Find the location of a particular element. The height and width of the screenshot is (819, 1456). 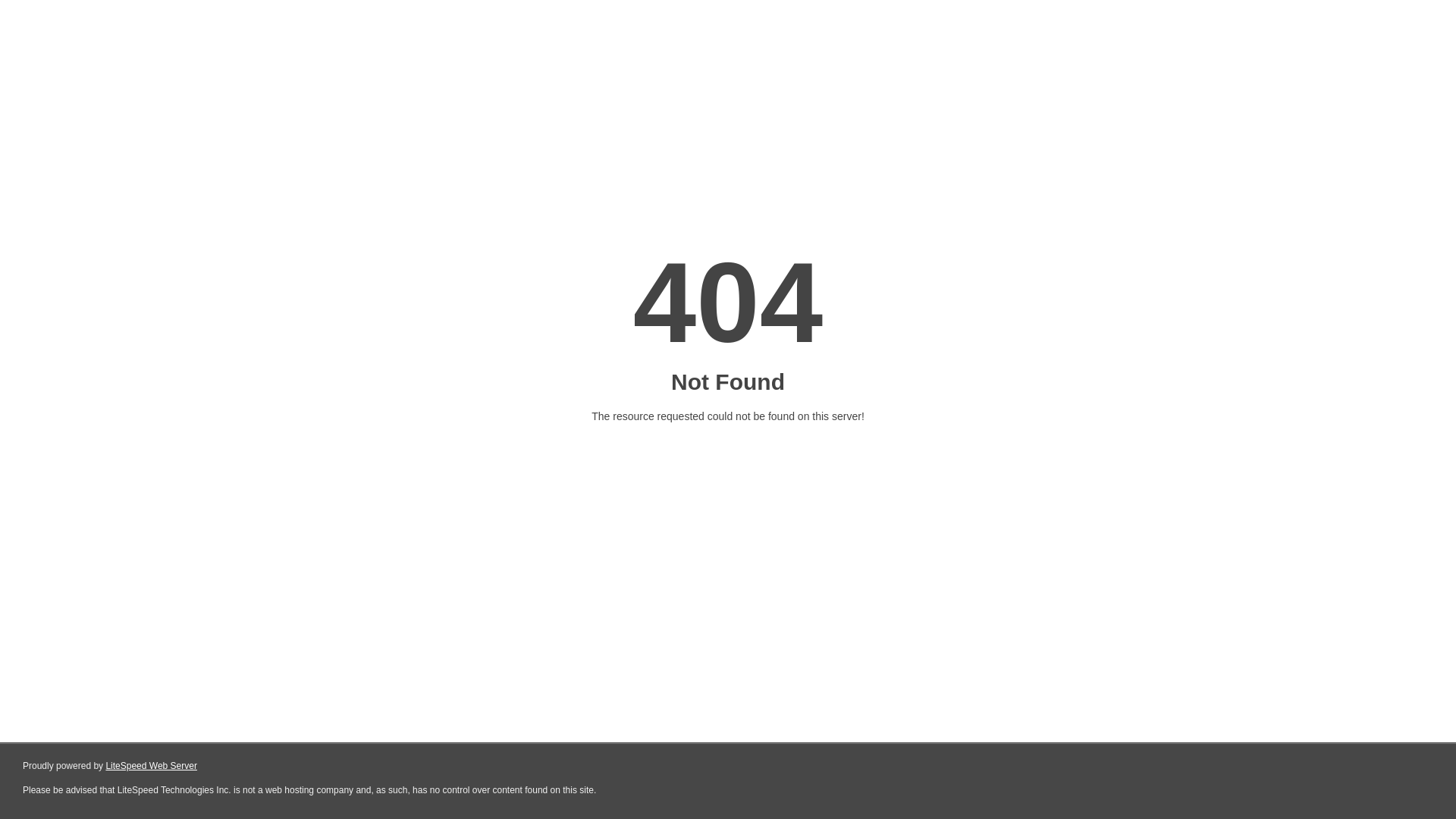

'LiteSpeed Web Server' is located at coordinates (105, 766).